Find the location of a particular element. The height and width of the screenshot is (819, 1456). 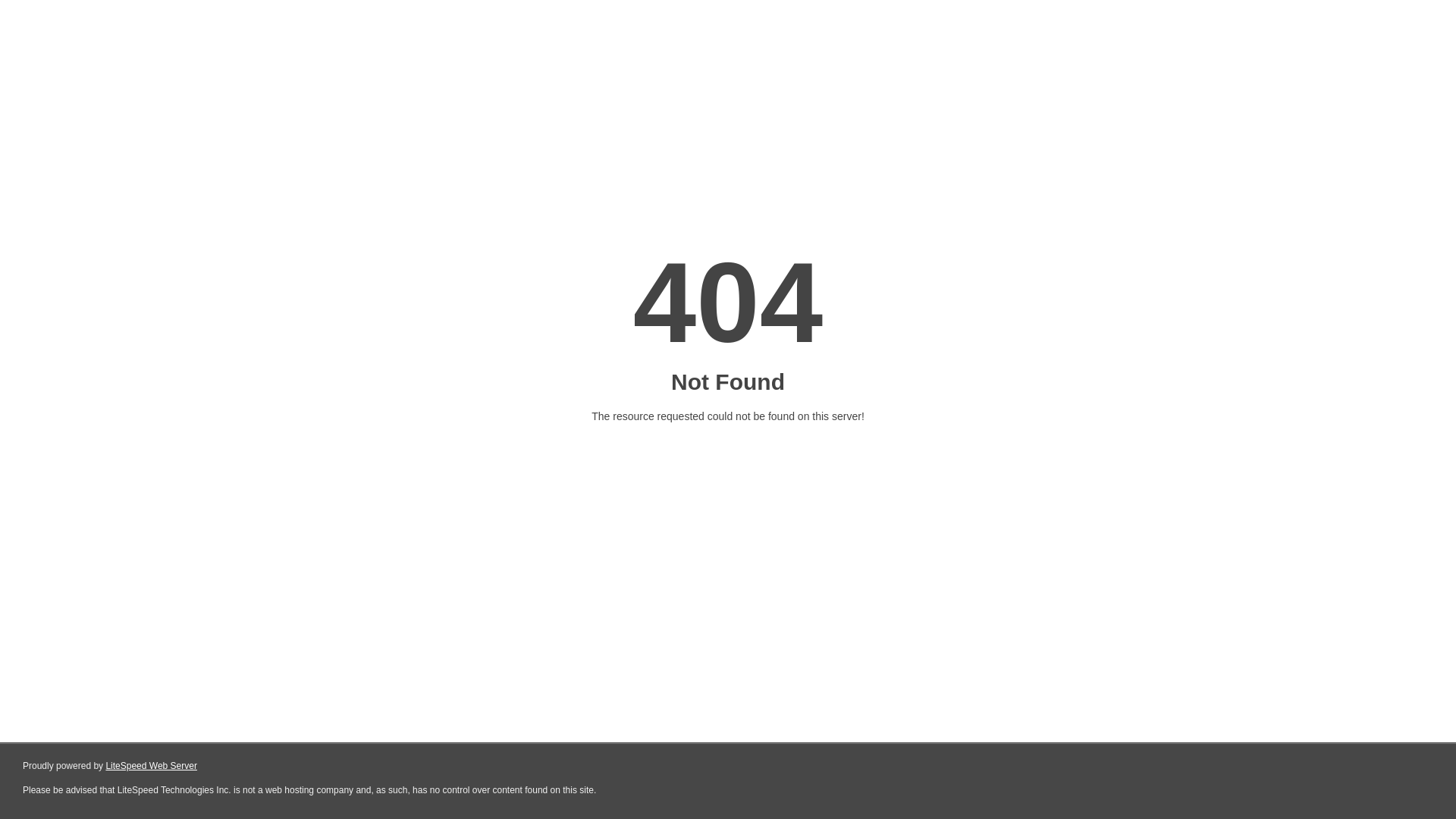

'LiteSpeed Web Server' is located at coordinates (105, 766).